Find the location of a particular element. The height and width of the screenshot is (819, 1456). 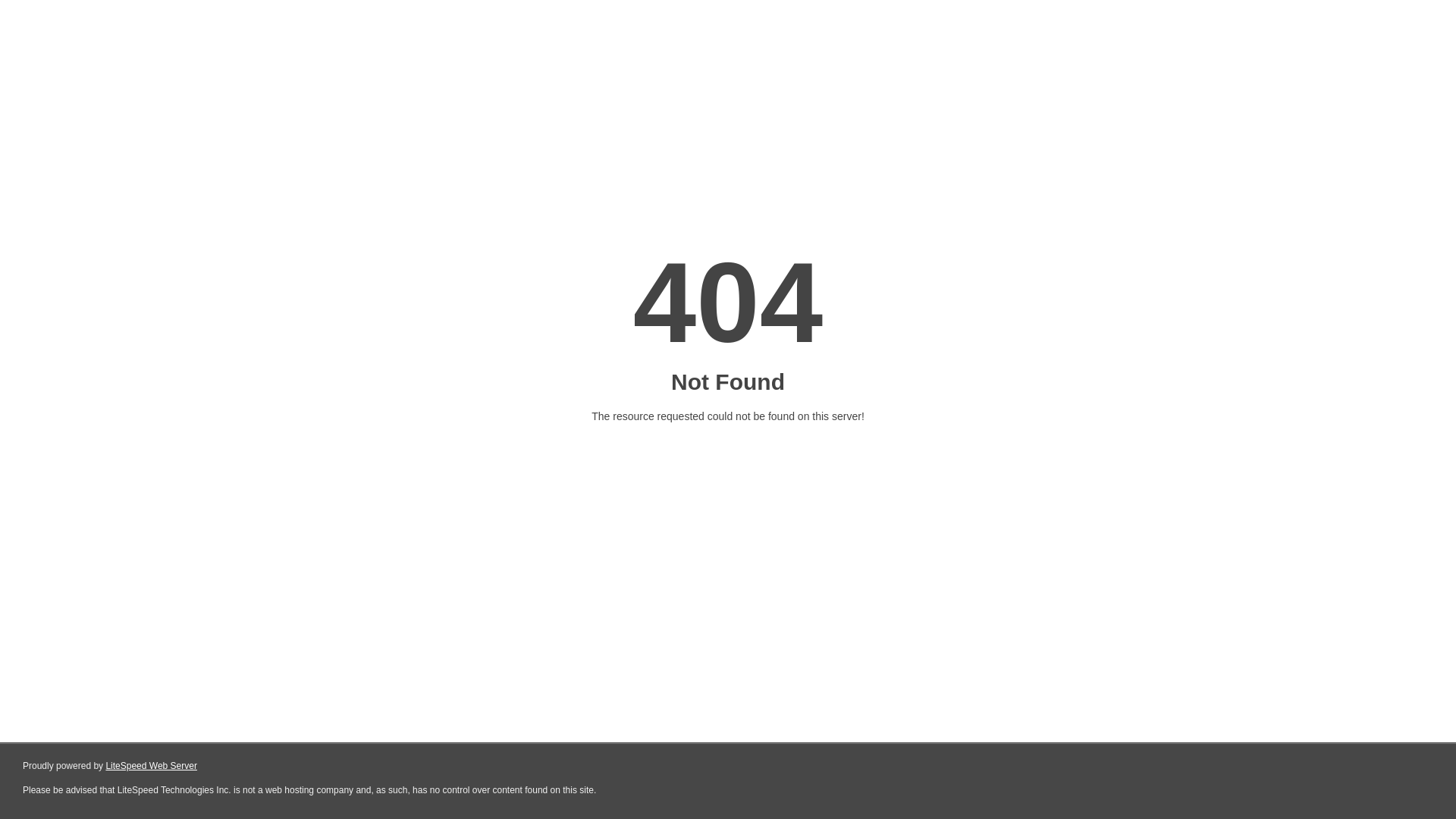

'LiteSpeed Web Server' is located at coordinates (105, 766).